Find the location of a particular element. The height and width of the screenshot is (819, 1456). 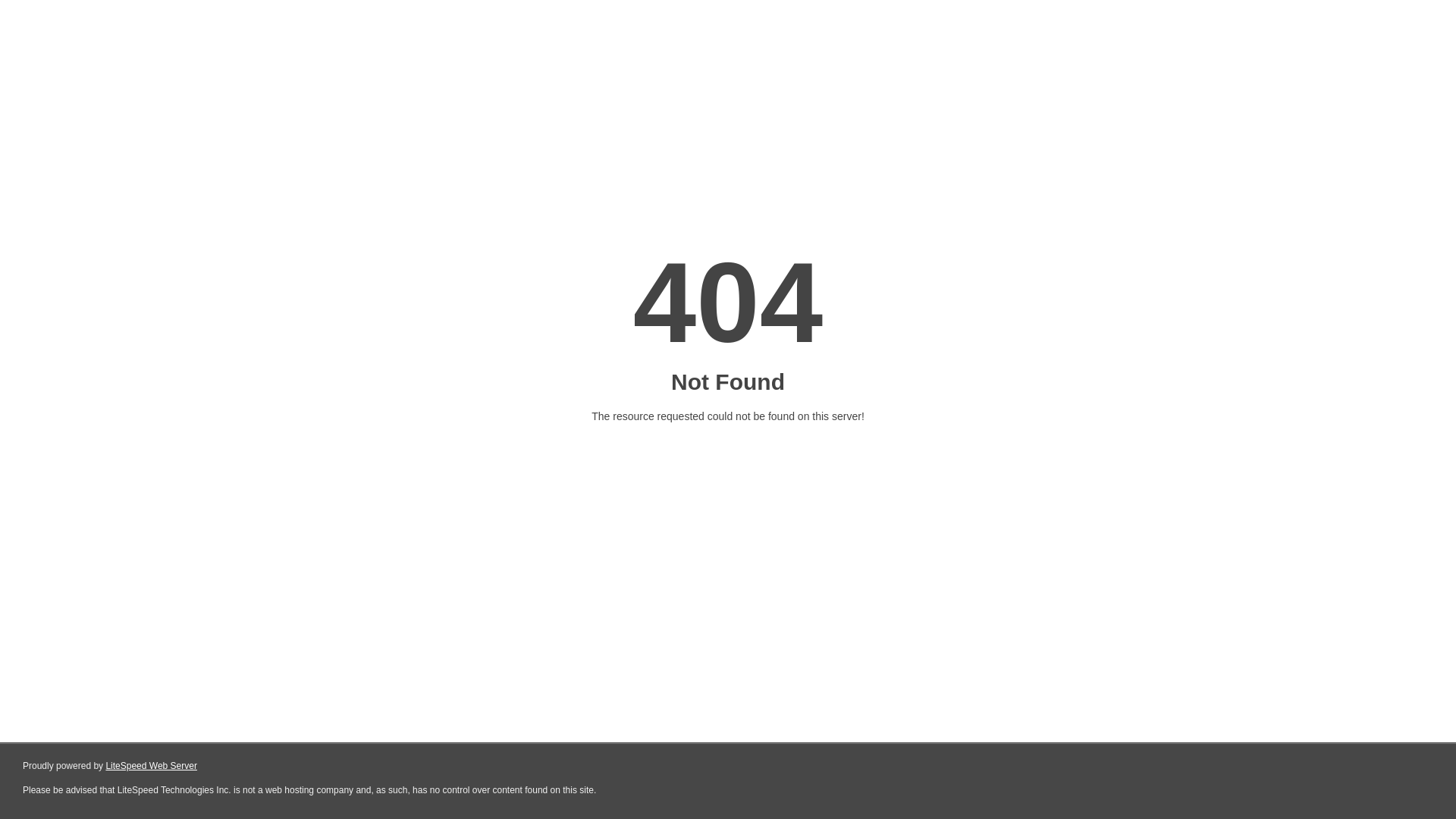

'LiteSpeed Web Server' is located at coordinates (105, 766).